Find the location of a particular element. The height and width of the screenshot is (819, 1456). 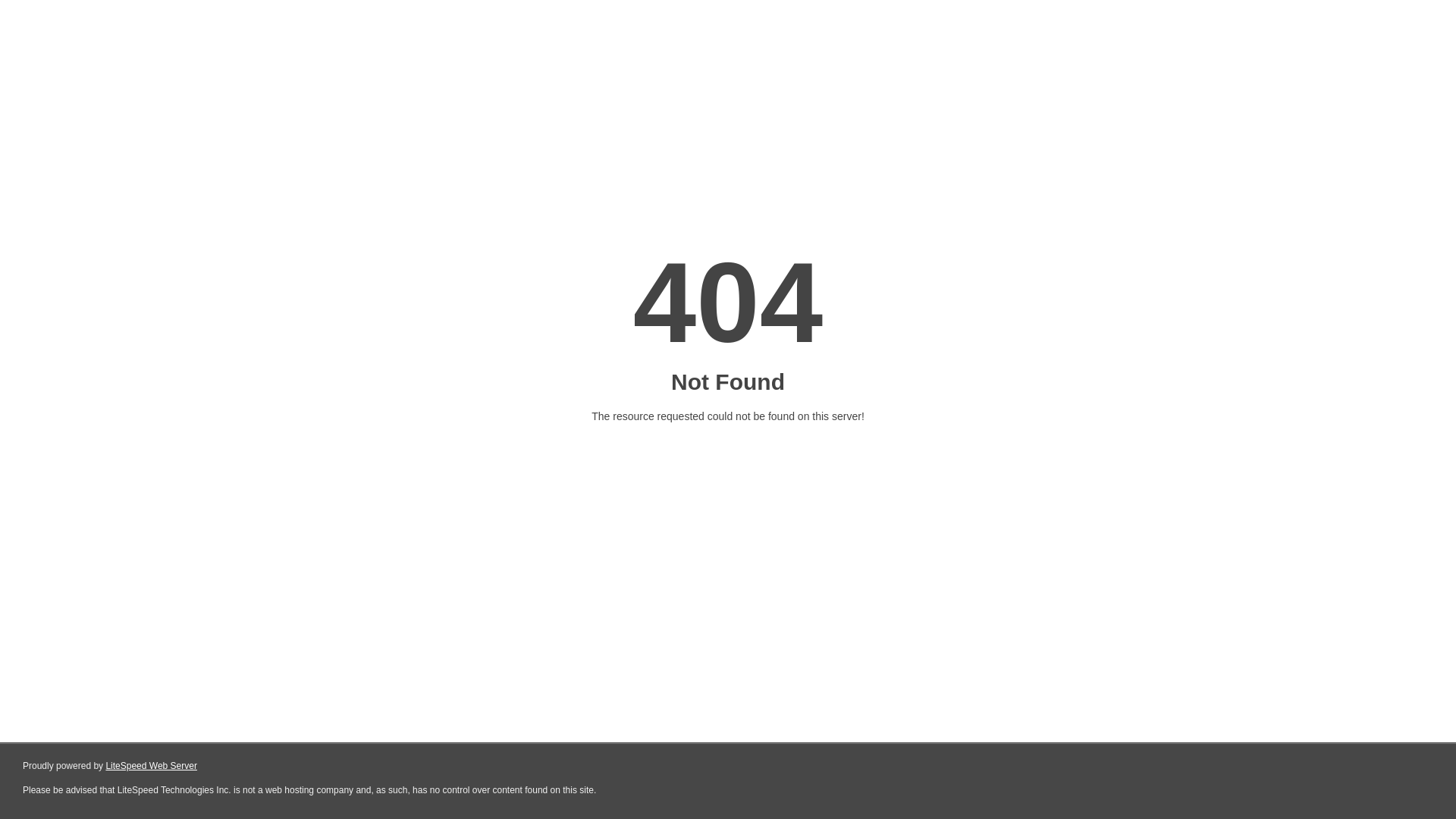

'LiteSpeed Web Server' is located at coordinates (105, 766).